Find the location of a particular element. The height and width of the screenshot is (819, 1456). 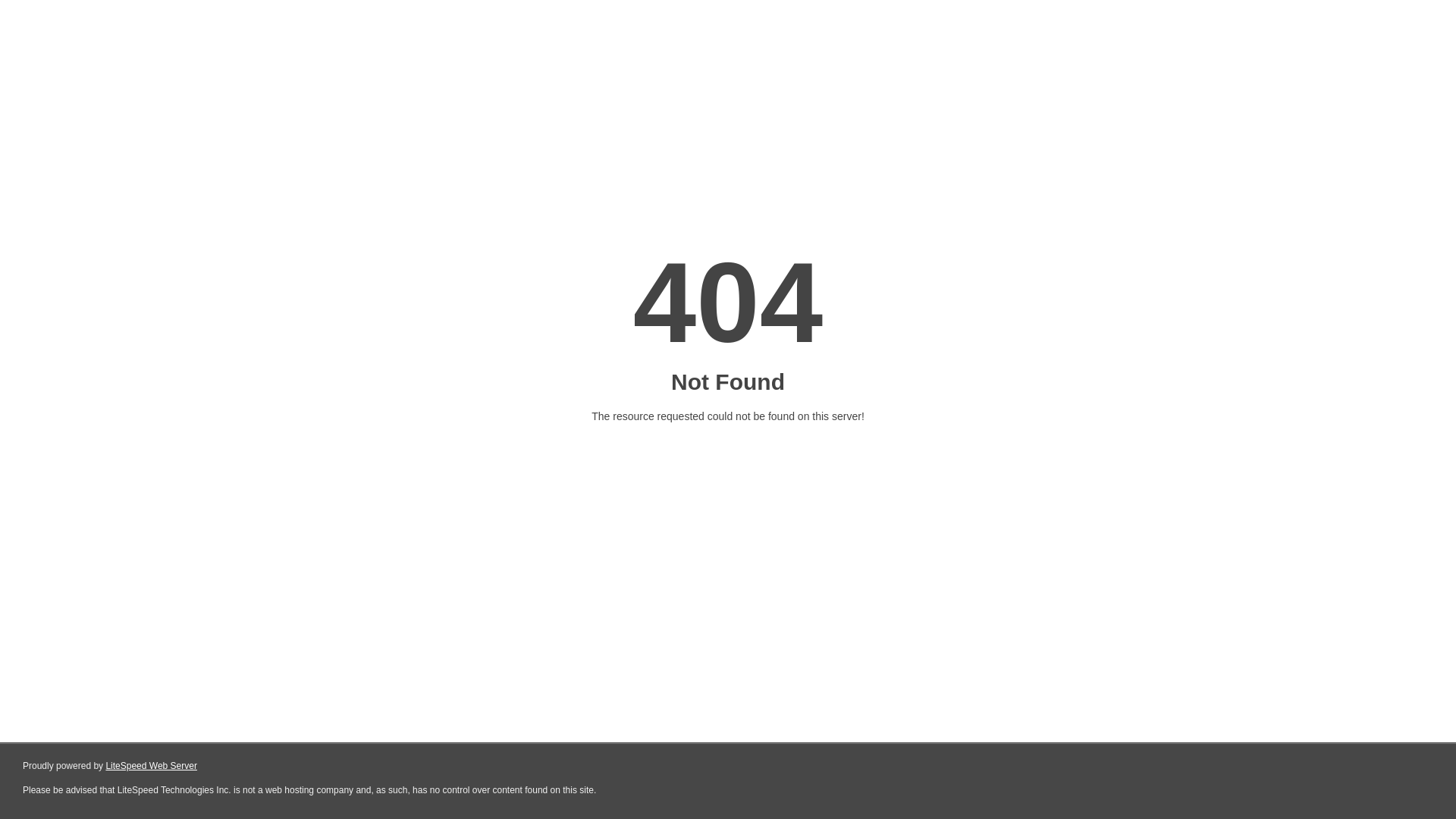

'LiteSpeed Web Server' is located at coordinates (105, 766).